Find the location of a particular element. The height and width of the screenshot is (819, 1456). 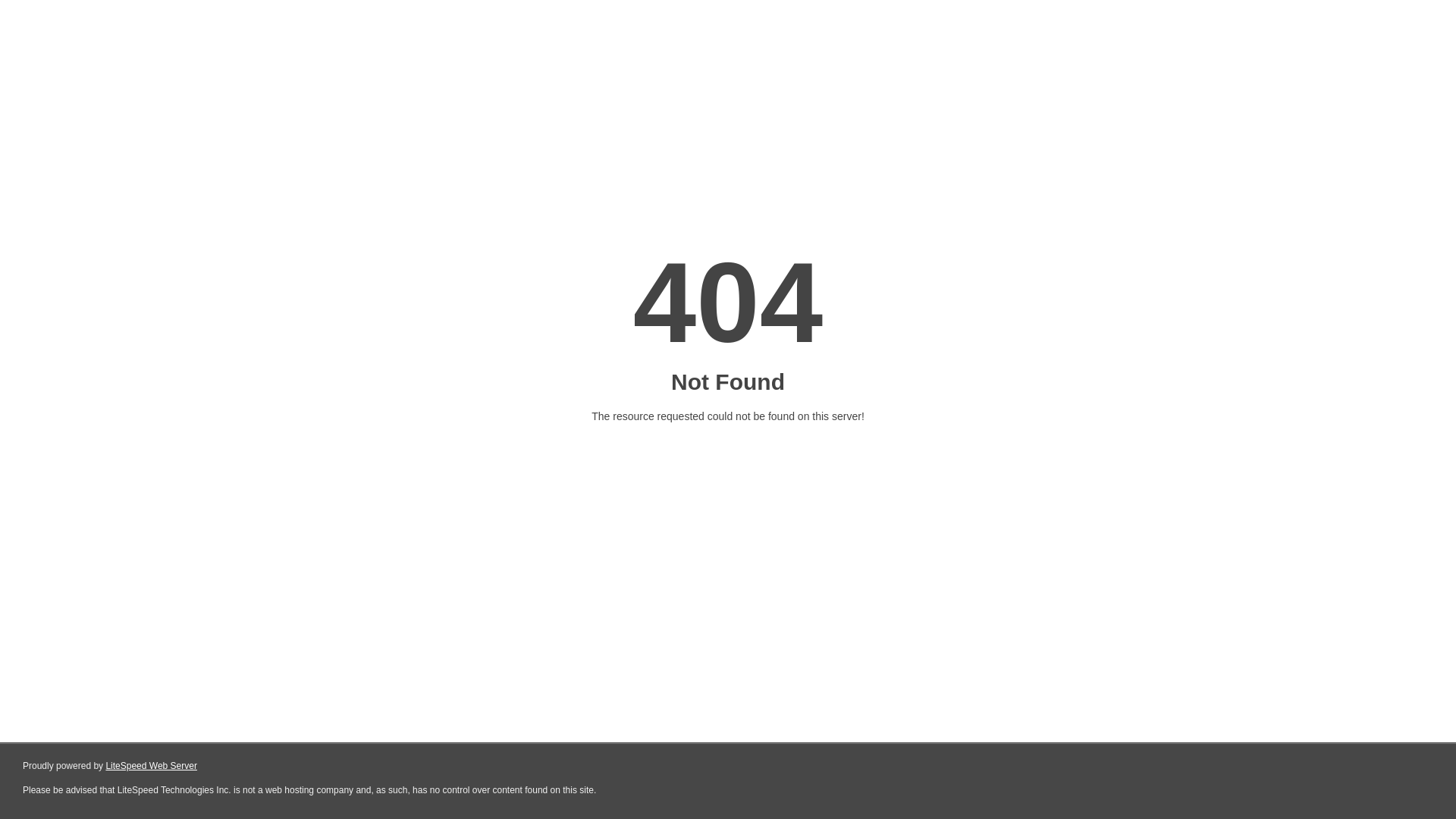

'LiteSpeed Web Server' is located at coordinates (105, 766).